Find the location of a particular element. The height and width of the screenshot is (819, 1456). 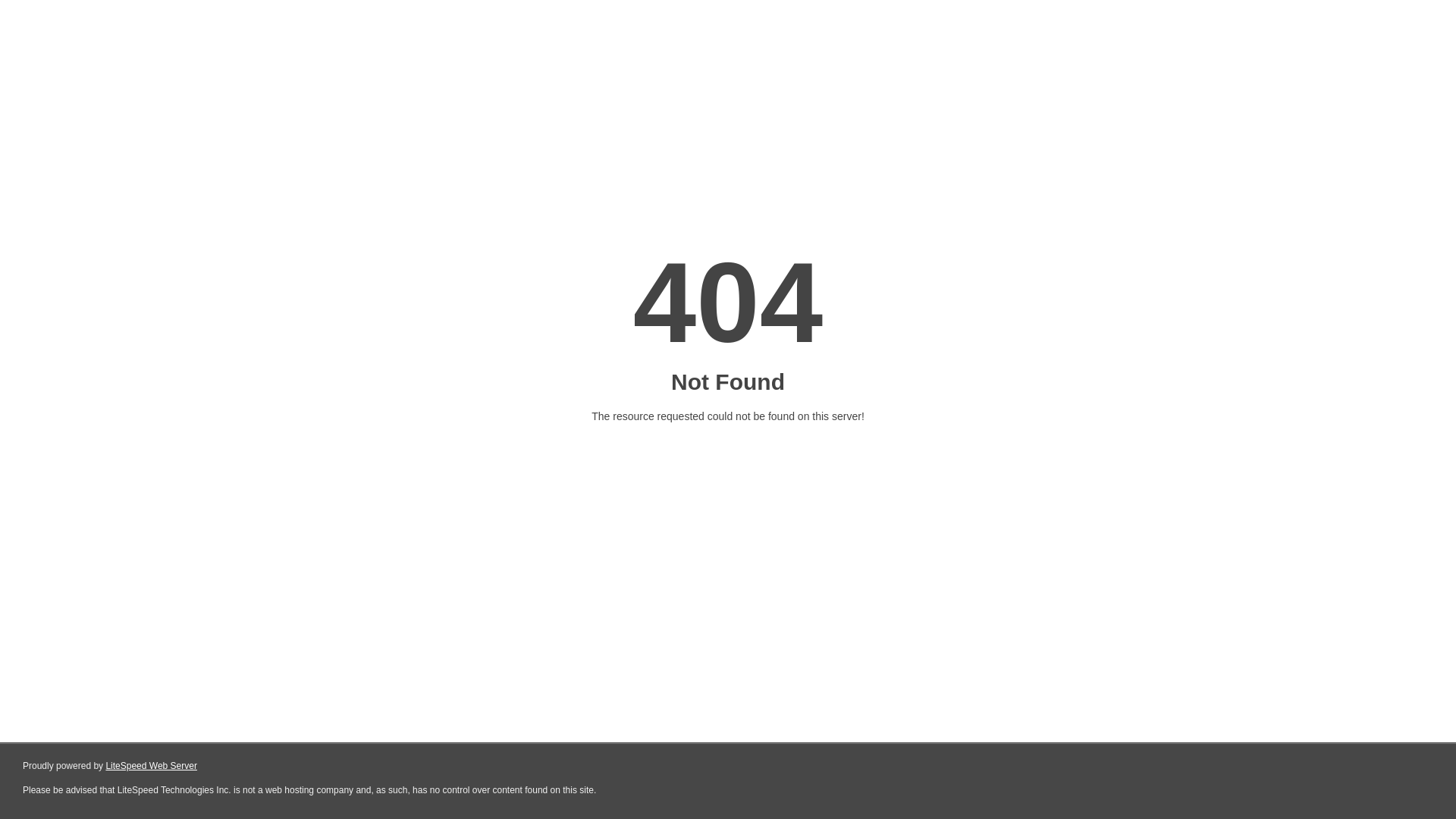

'LiteSpeed Web Server' is located at coordinates (105, 766).